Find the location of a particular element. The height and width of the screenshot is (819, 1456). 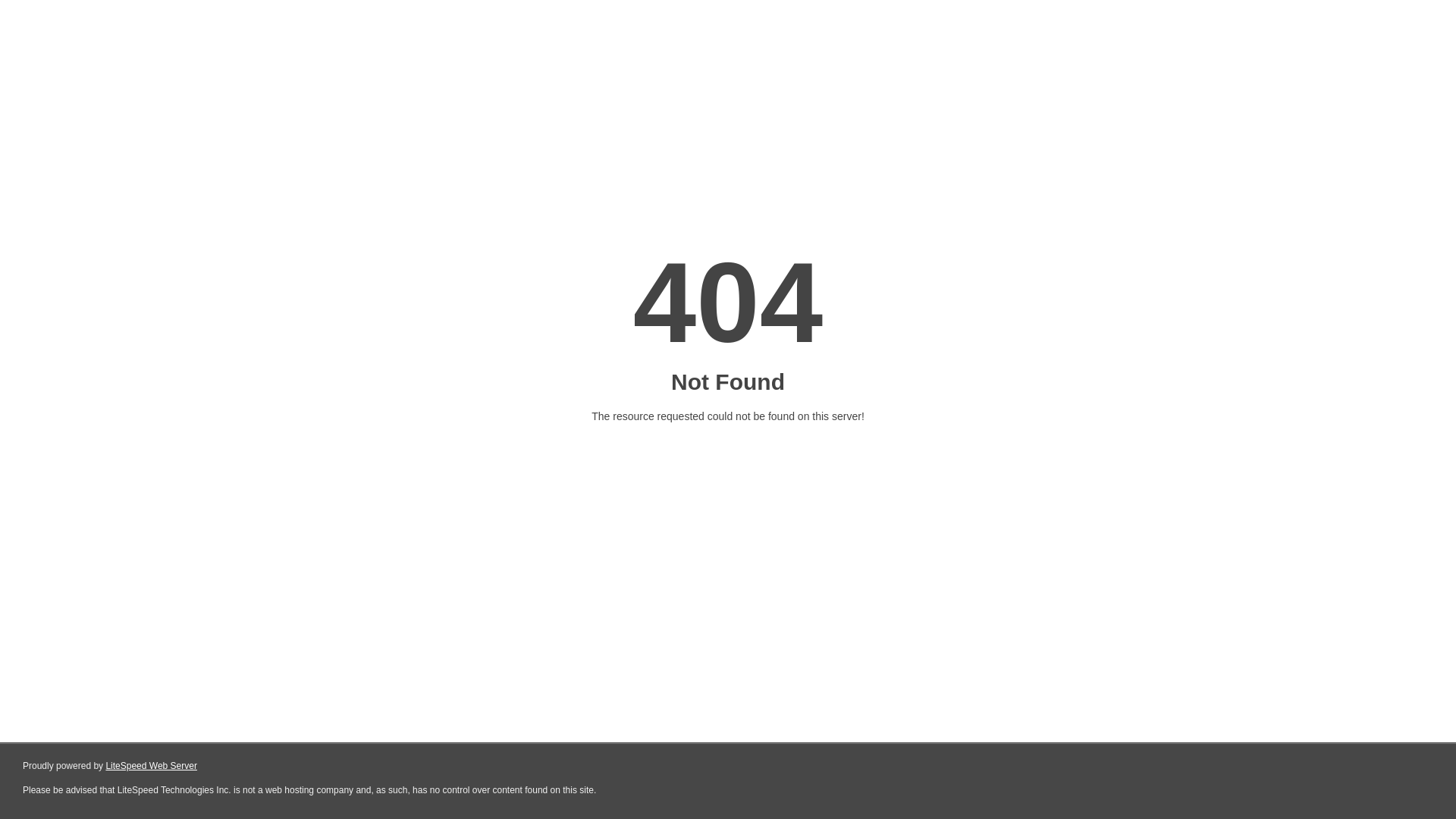

'LiteSpeed Web Server' is located at coordinates (105, 766).